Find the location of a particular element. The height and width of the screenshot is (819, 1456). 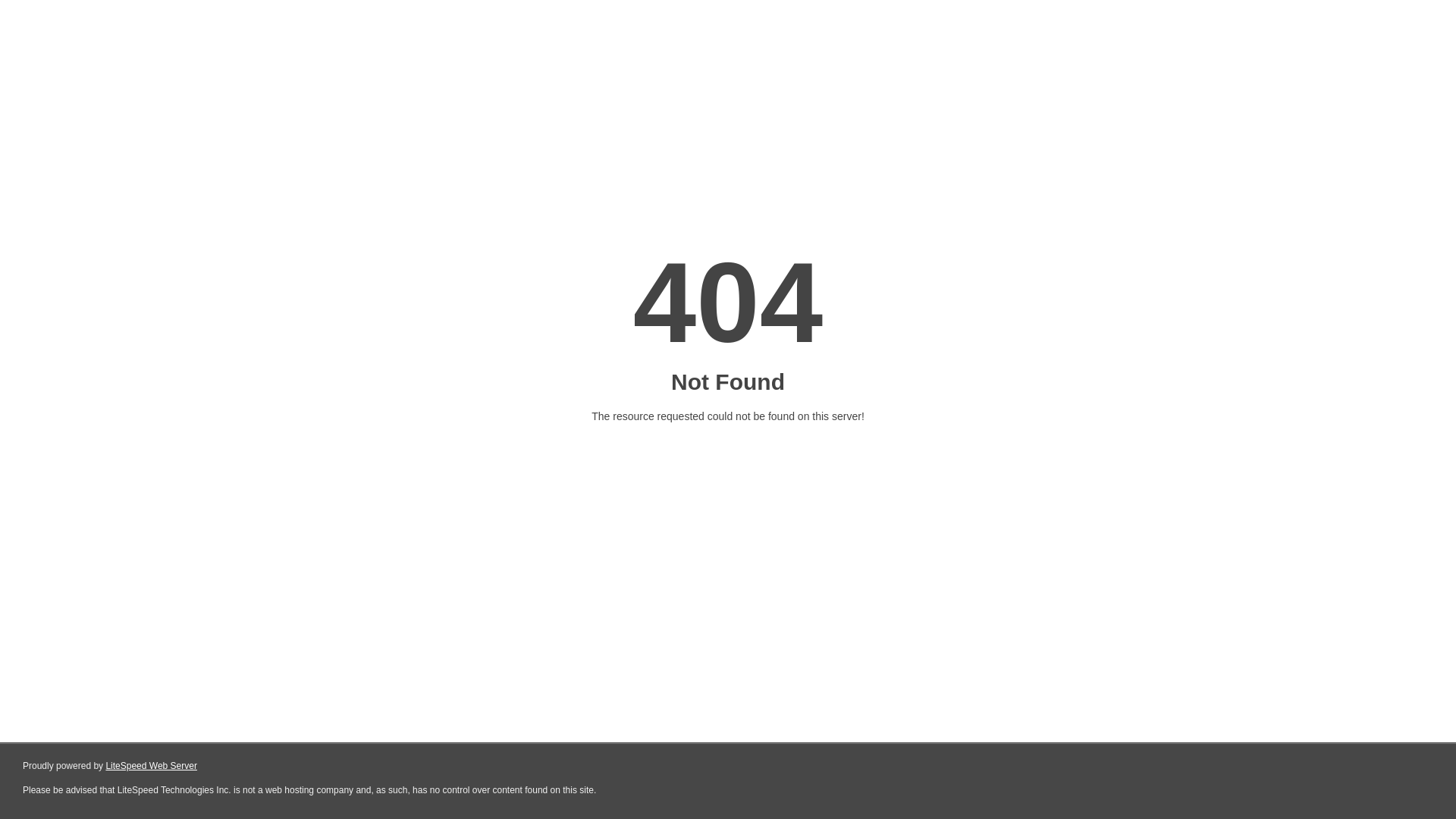

'LiteSpeed Web Server' is located at coordinates (105, 766).